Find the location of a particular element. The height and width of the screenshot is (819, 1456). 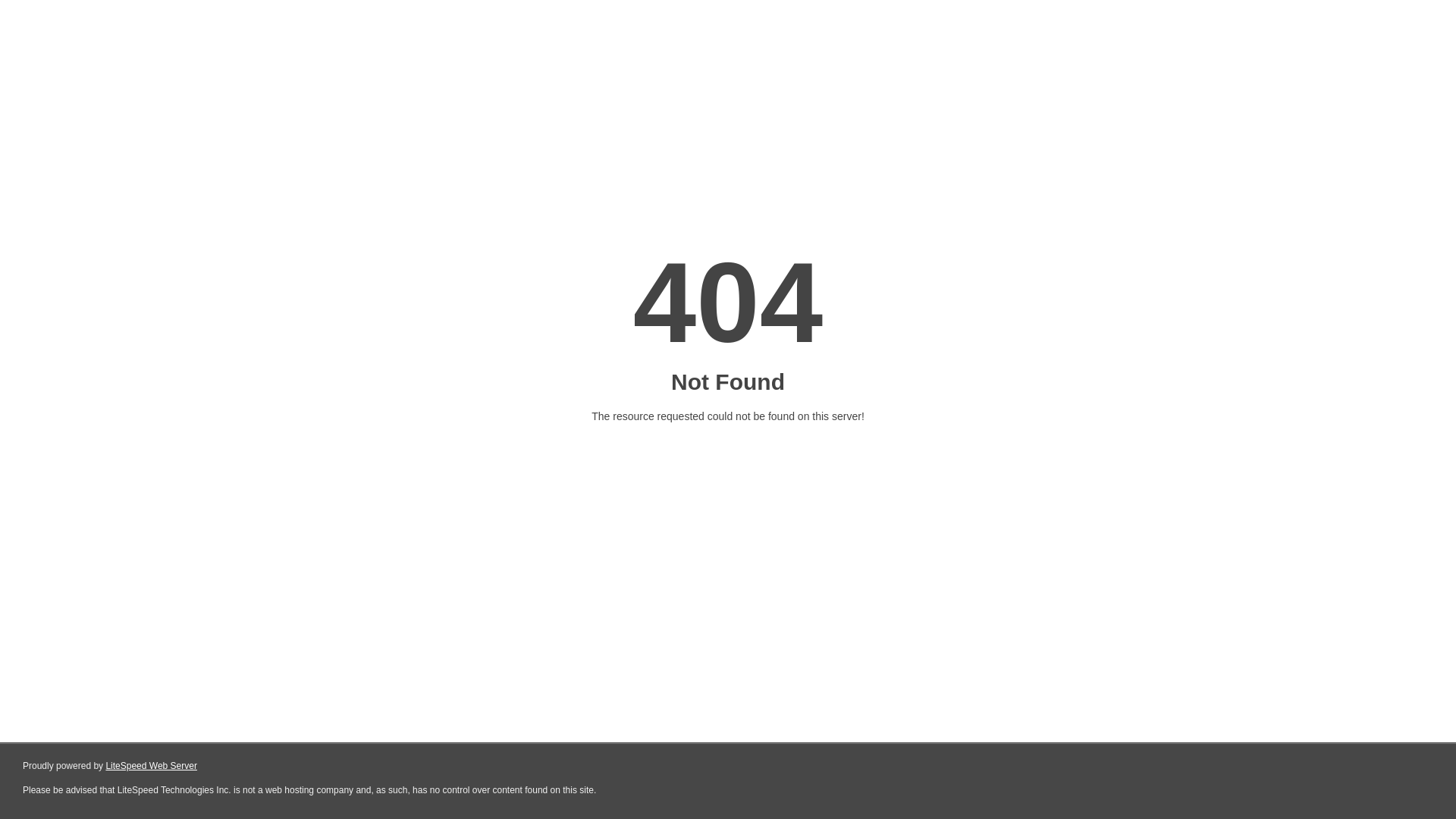

'LiteSpeed Web Server' is located at coordinates (105, 766).